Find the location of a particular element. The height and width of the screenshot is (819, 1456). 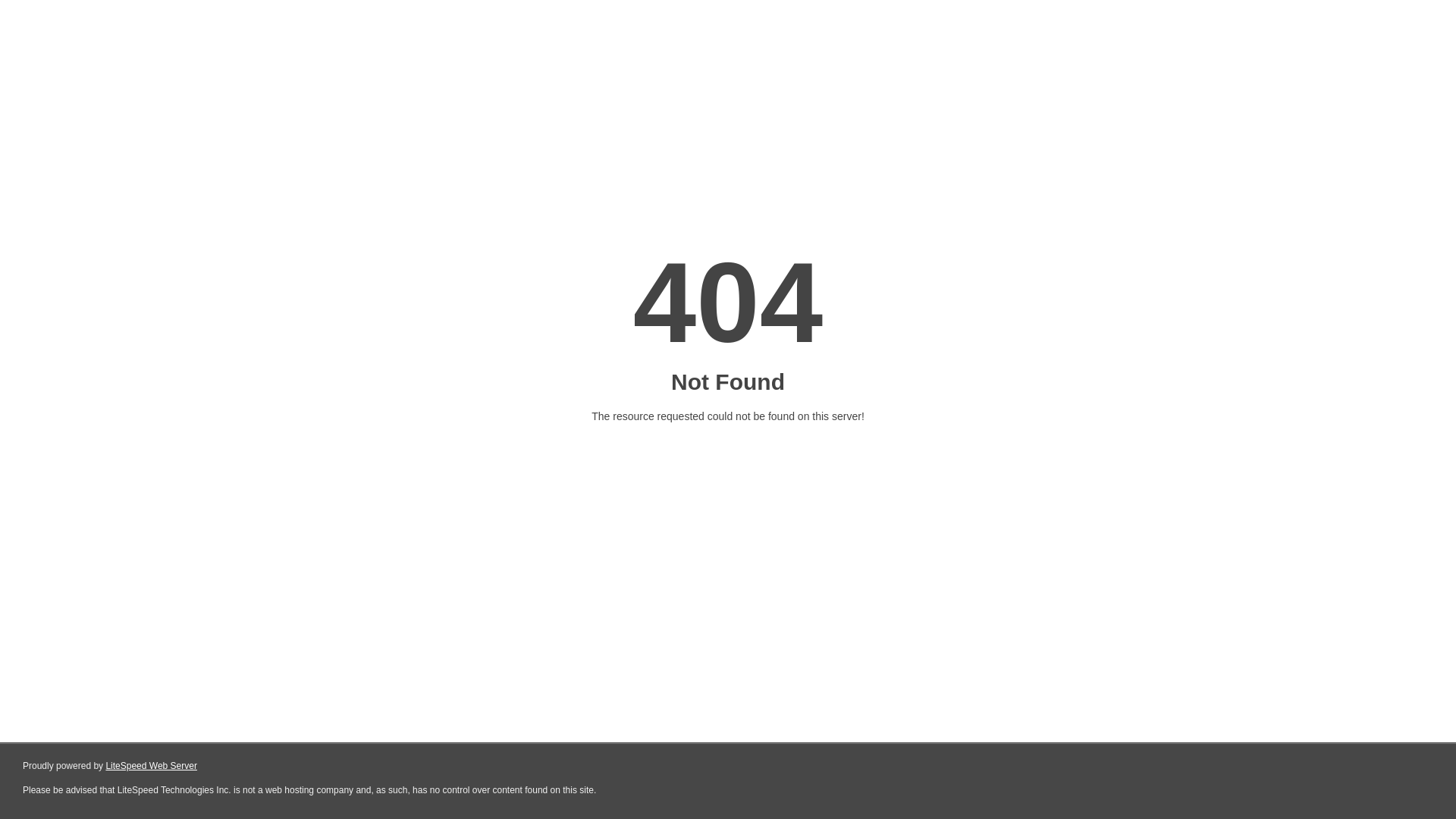

'LiteSpeed Web Server' is located at coordinates (105, 766).